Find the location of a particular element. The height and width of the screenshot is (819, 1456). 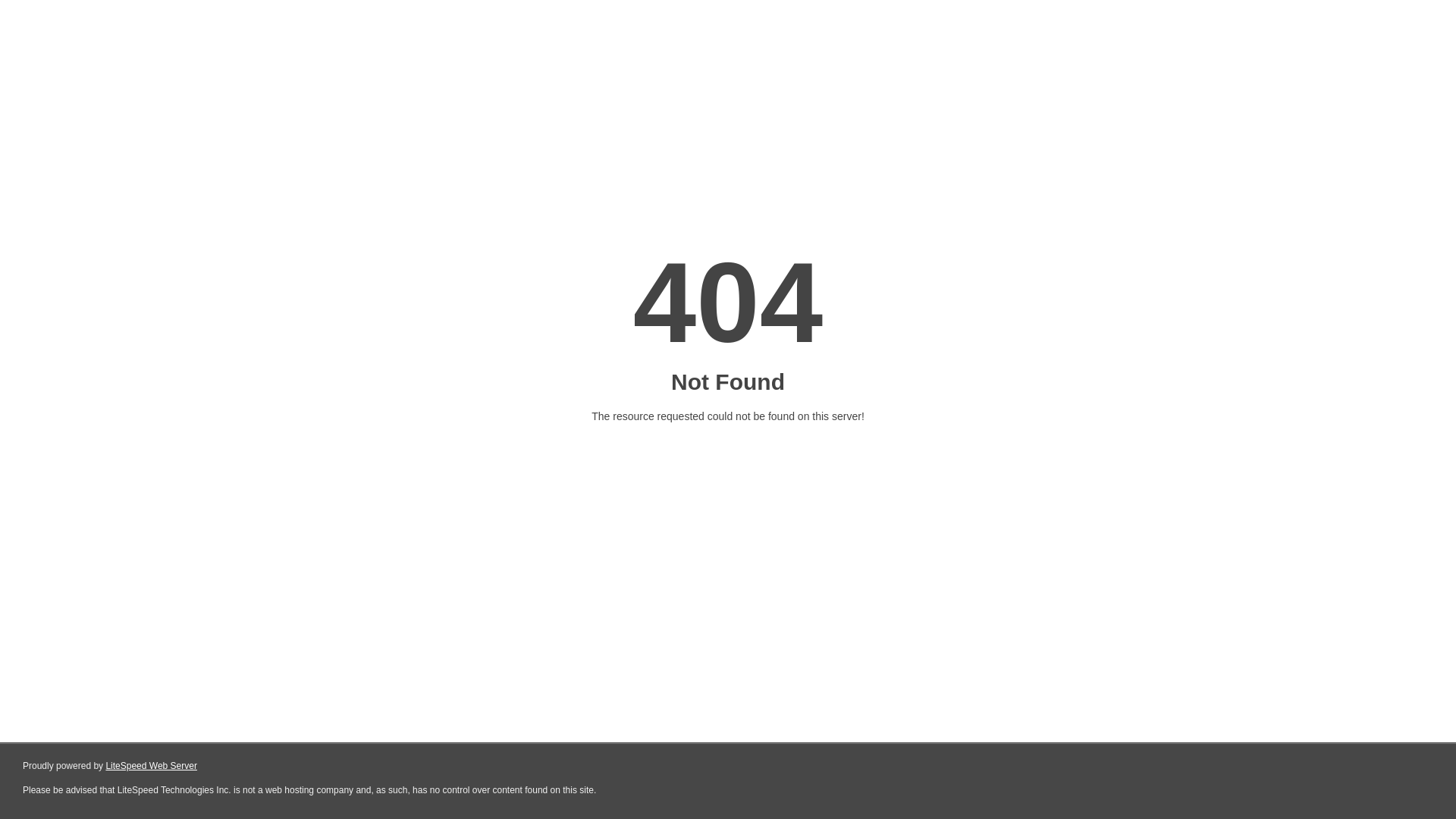

'LiteSpeed Web Server' is located at coordinates (105, 766).